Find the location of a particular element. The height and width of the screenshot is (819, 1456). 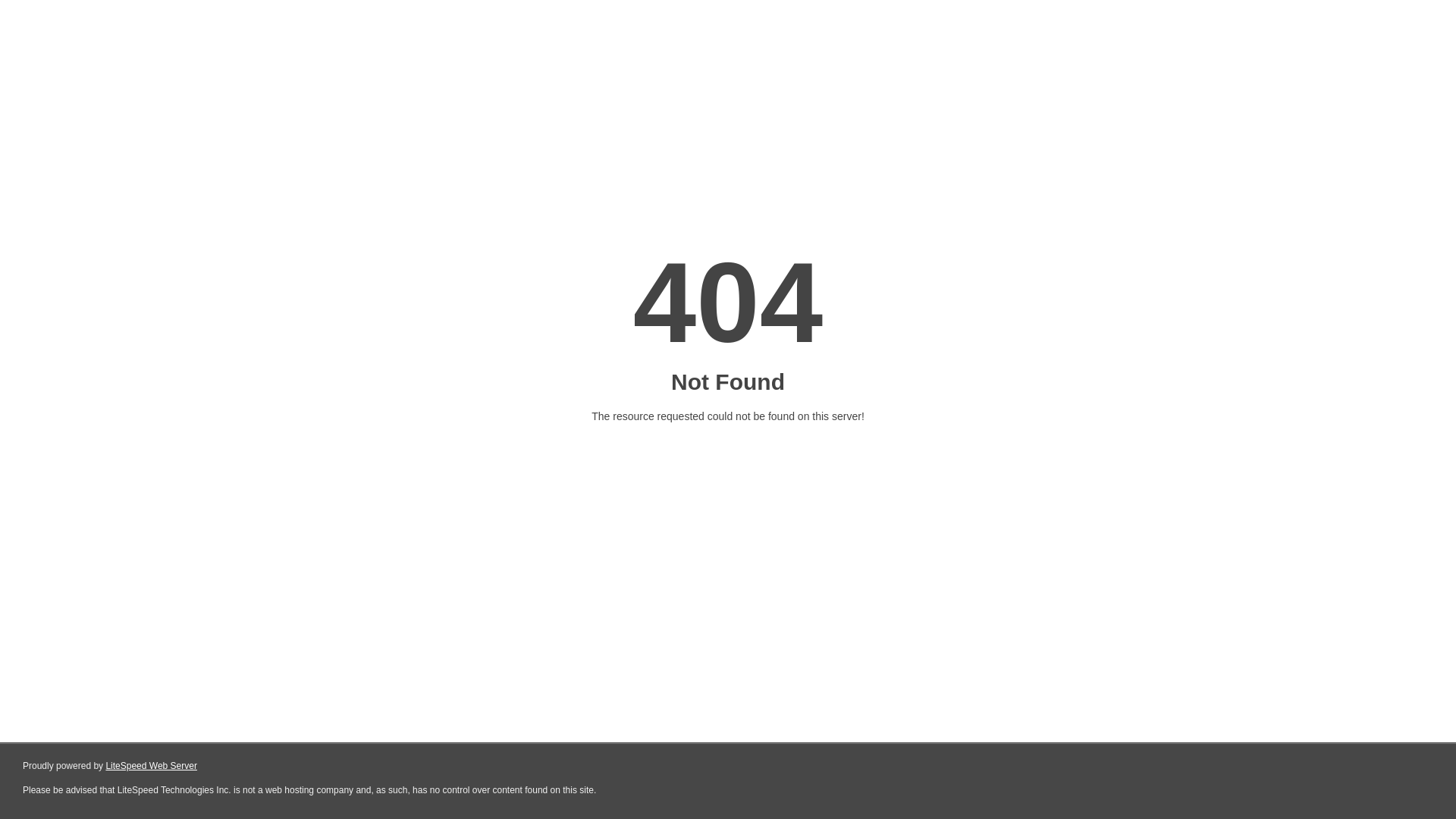

'LiteSpeed Web Server' is located at coordinates (105, 766).